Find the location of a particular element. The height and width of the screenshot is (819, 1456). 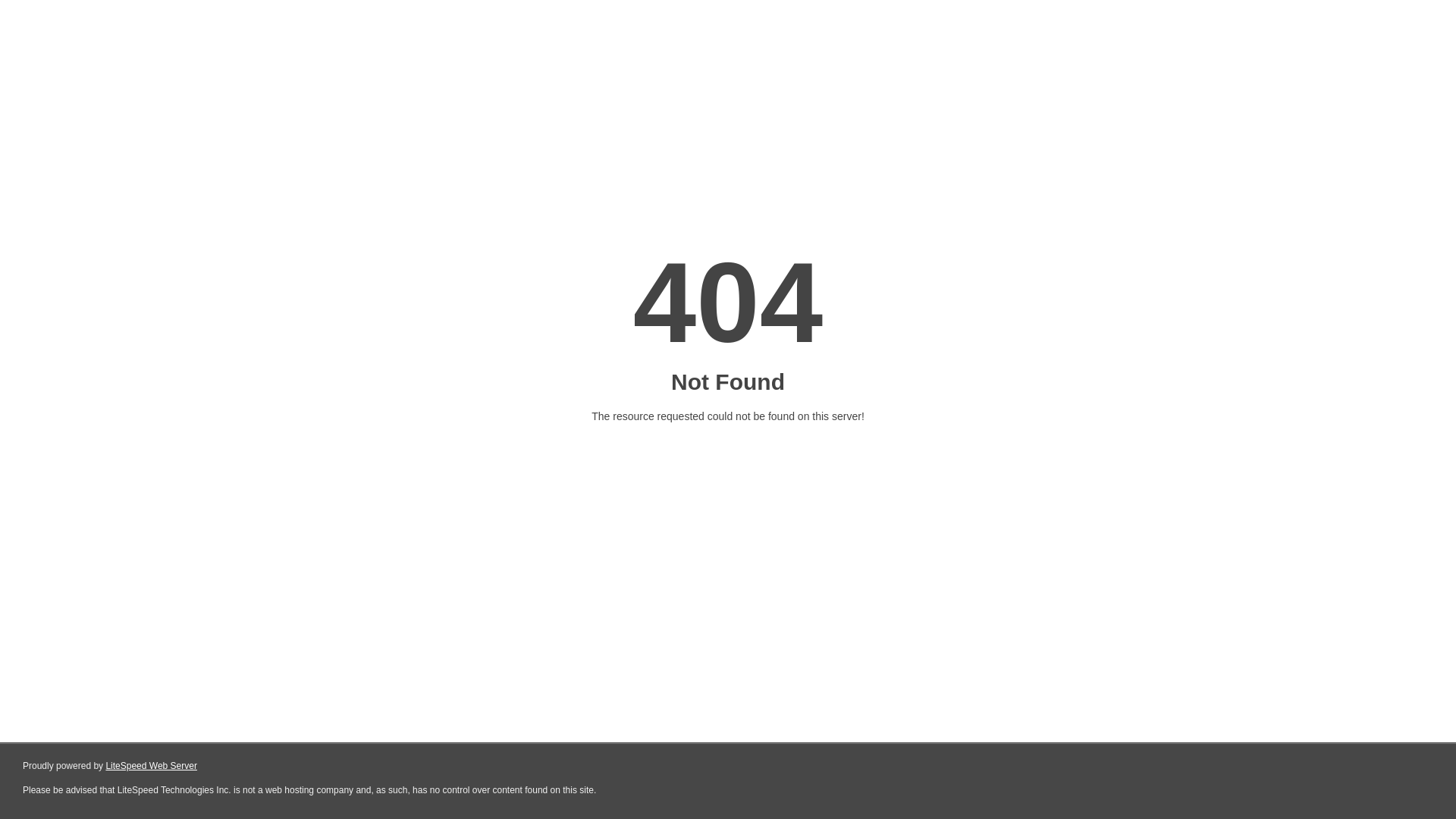

'LiteSpeed Web Server' is located at coordinates (105, 766).